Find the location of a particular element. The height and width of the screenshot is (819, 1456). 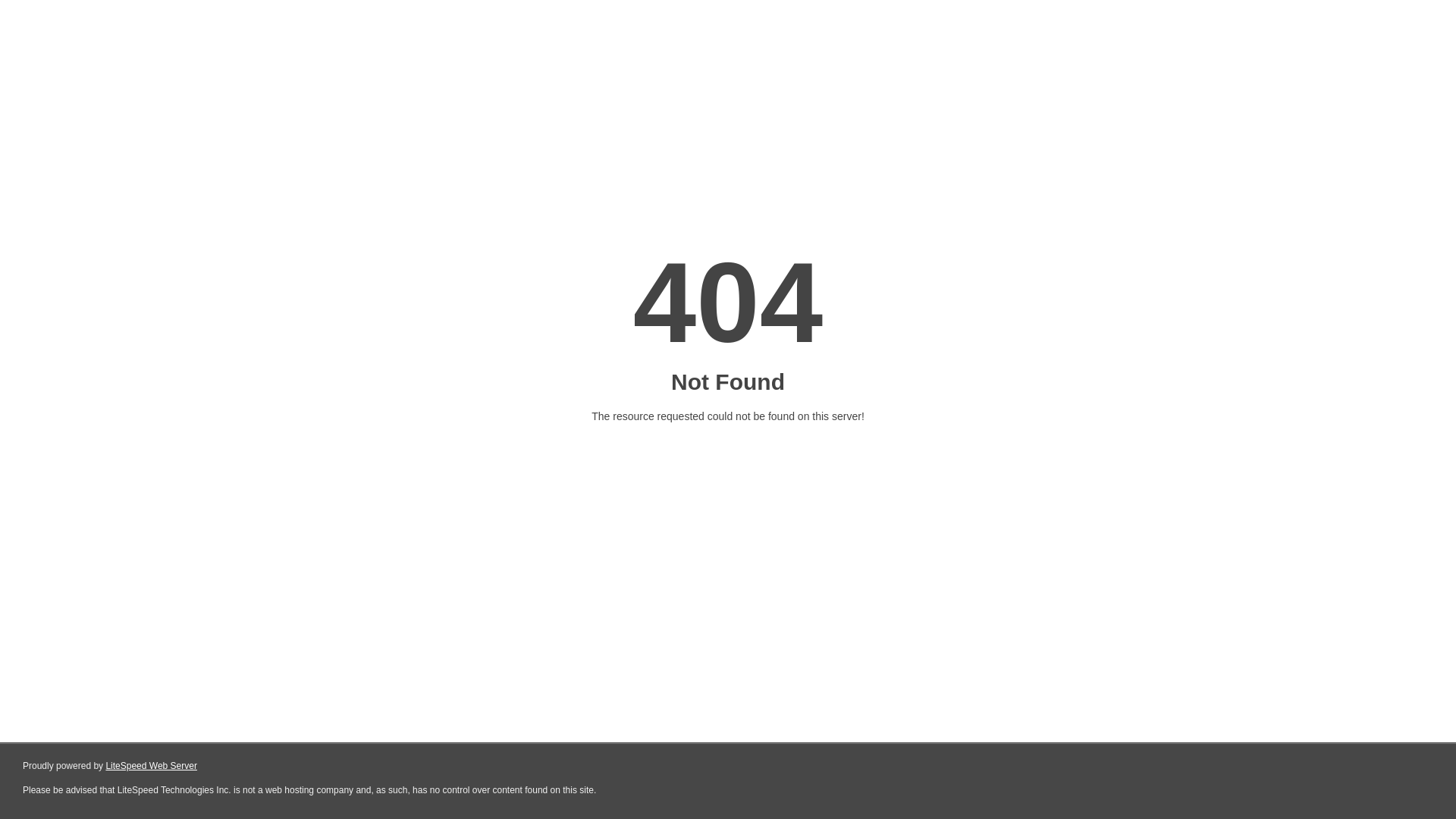

'LiteSpeed Web Server' is located at coordinates (105, 766).